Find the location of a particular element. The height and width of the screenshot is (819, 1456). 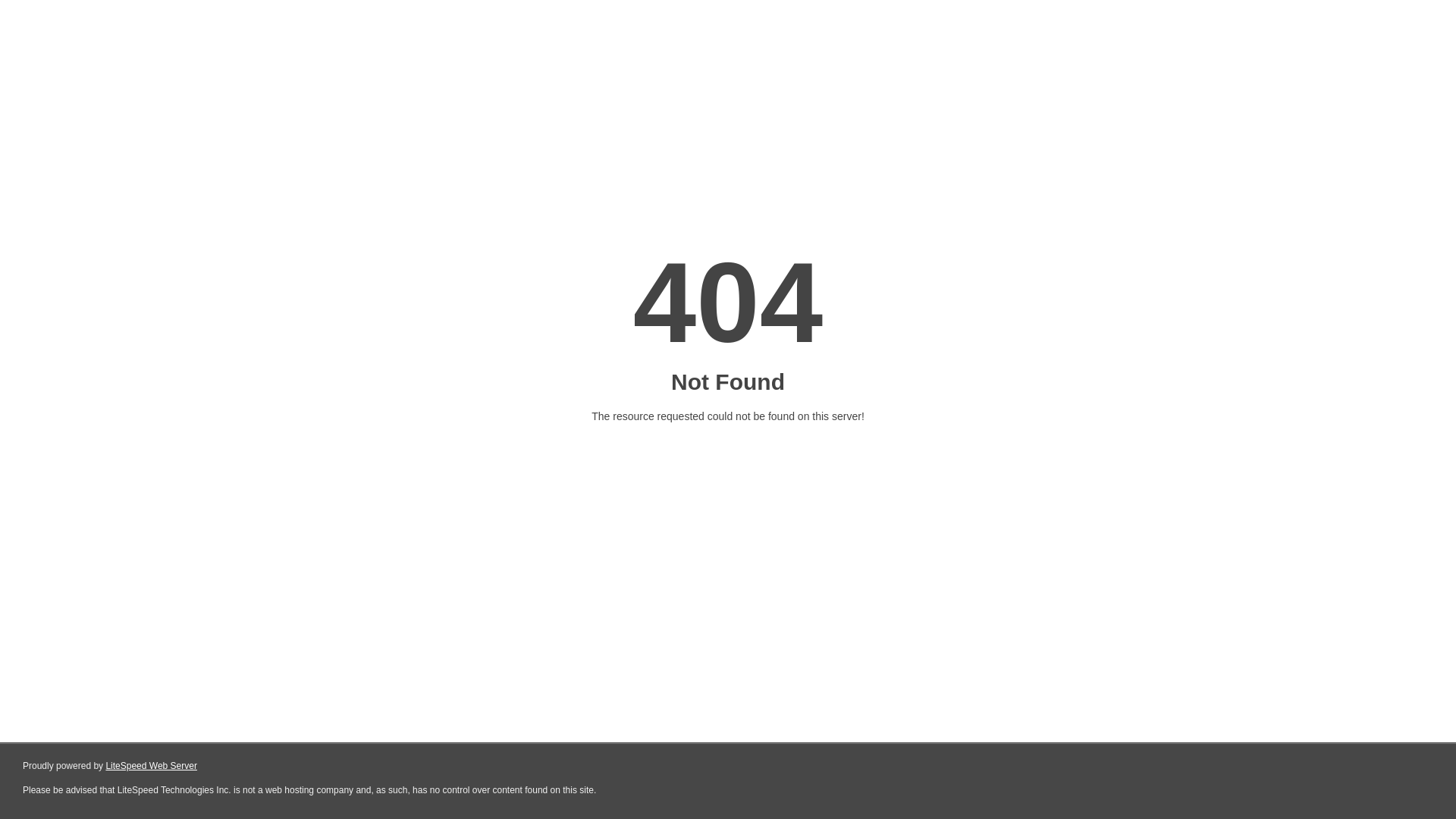

'LiteSpeed Web Server' is located at coordinates (105, 766).